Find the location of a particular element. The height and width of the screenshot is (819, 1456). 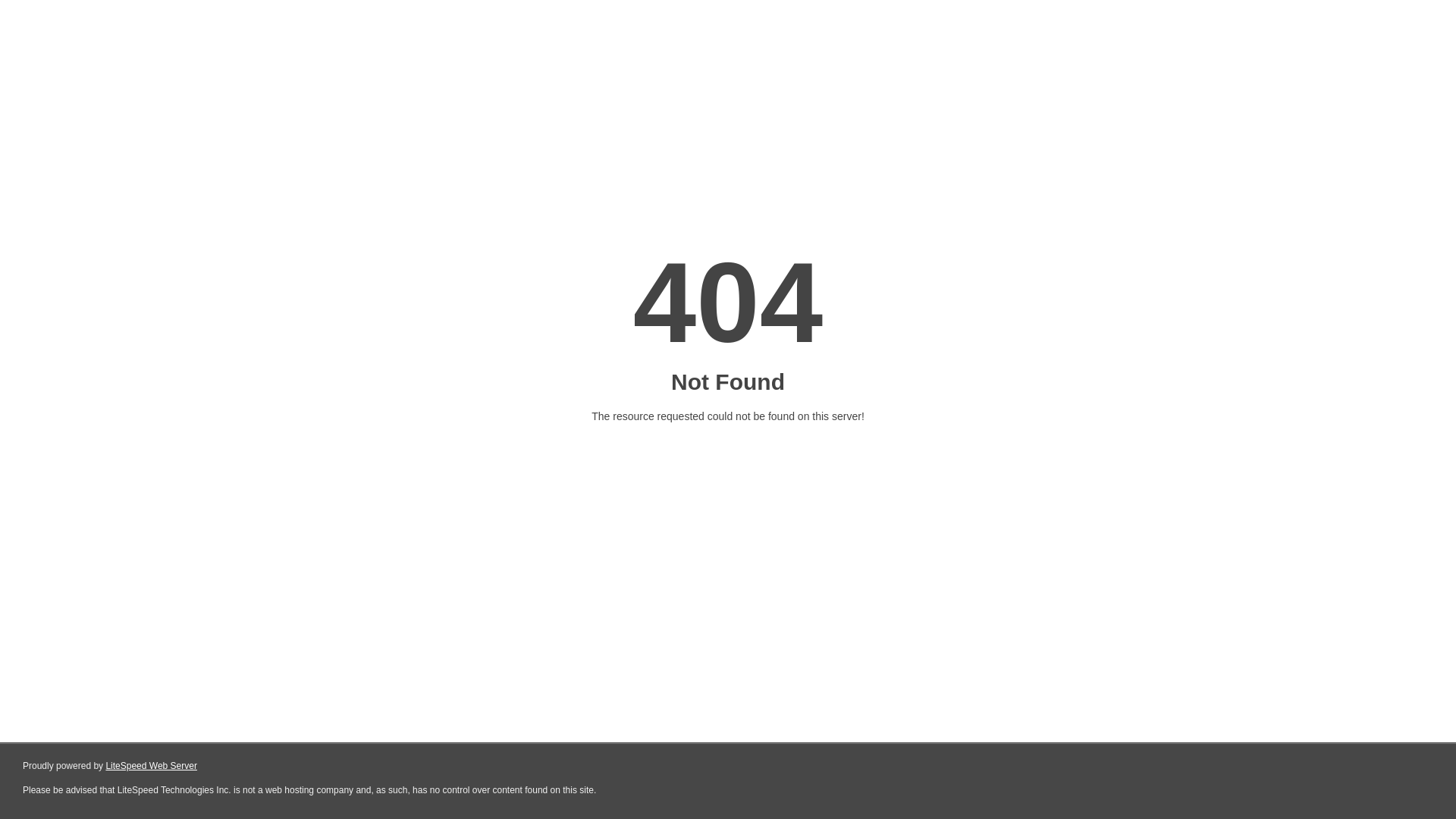

'LiteSpeed Web Server' is located at coordinates (105, 766).